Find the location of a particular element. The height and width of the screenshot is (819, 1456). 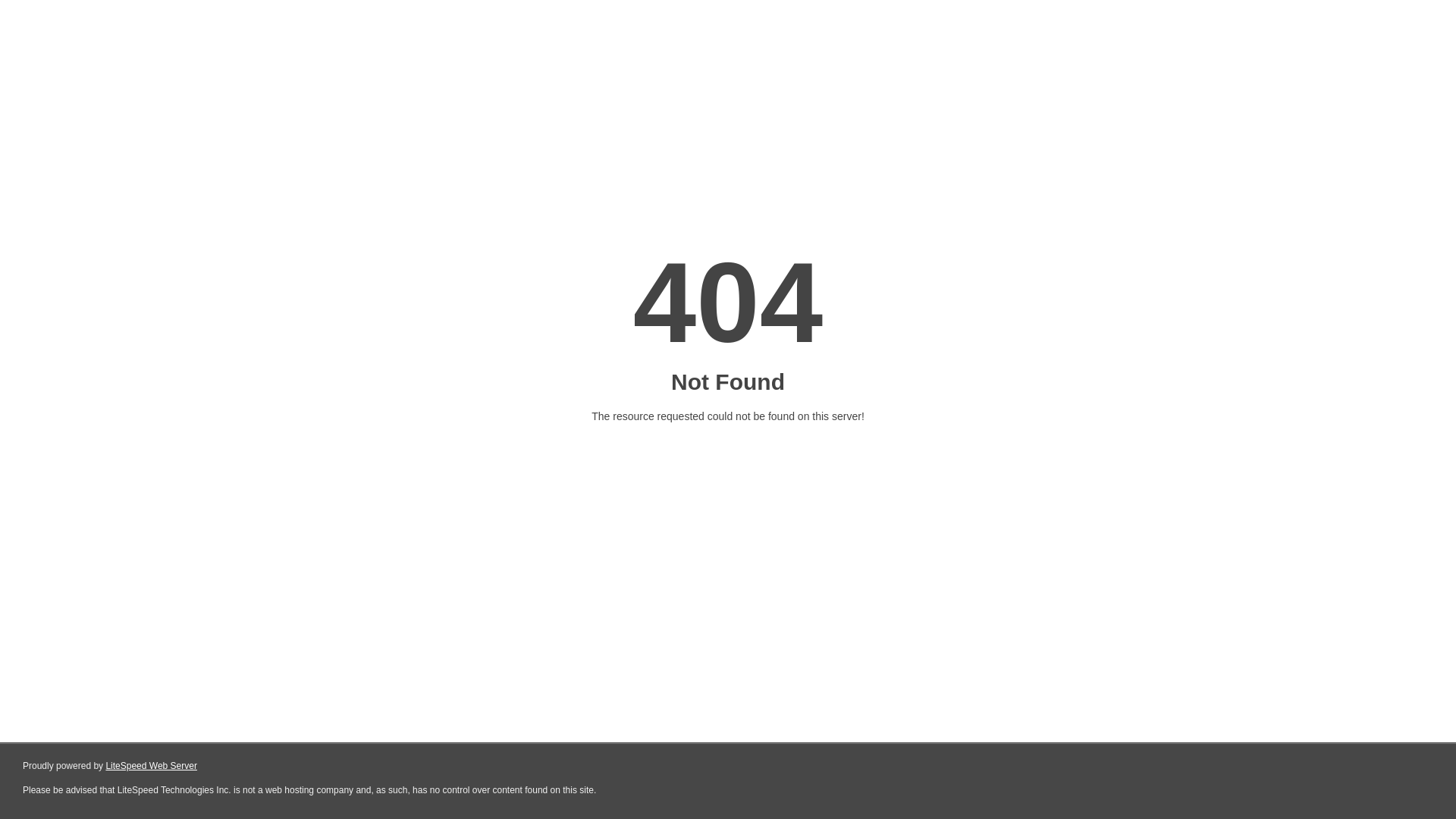

'LiteSpeed Web Server' is located at coordinates (105, 766).